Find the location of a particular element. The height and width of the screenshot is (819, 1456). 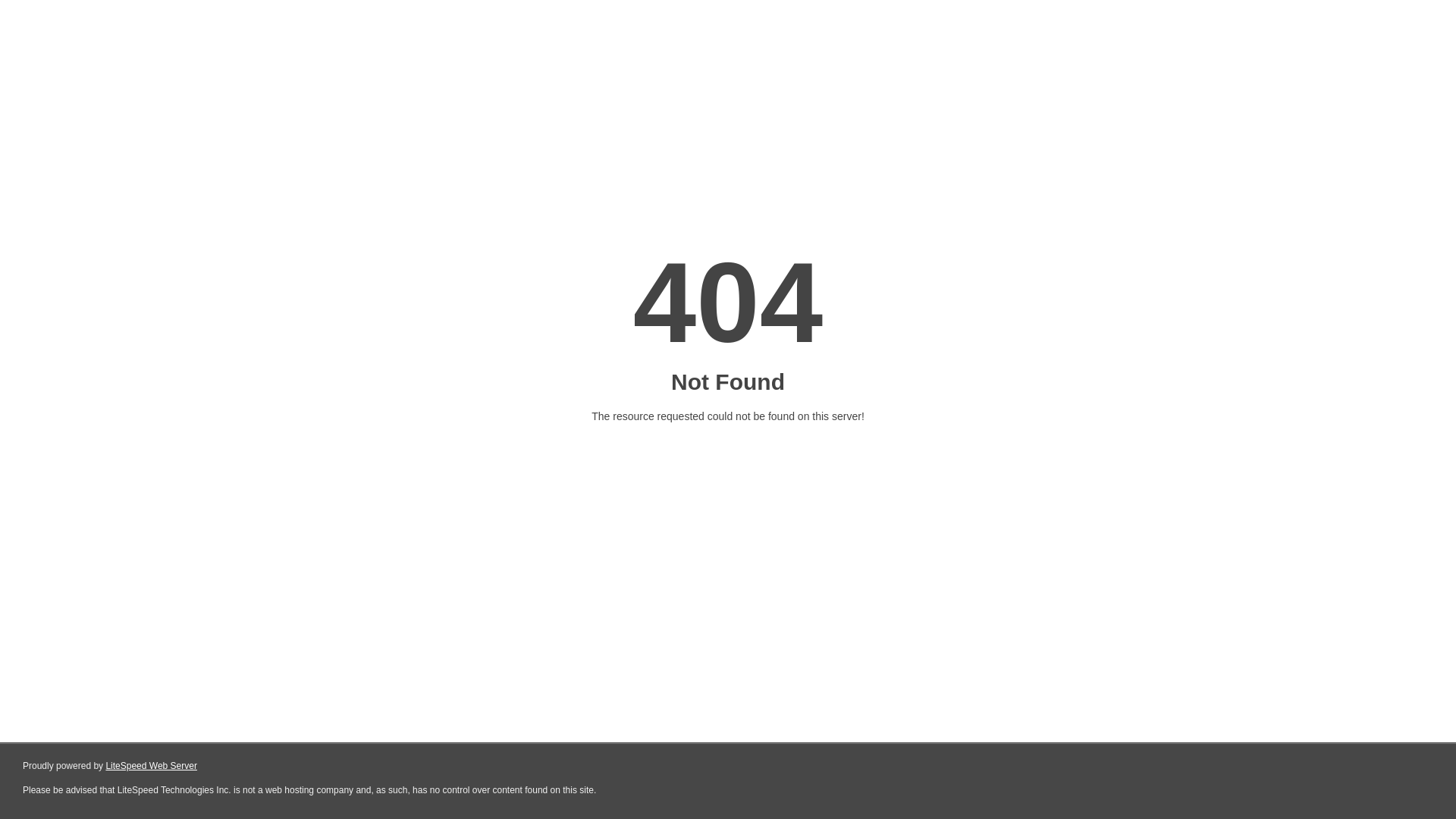

'LiteSpeed Web Server' is located at coordinates (105, 766).